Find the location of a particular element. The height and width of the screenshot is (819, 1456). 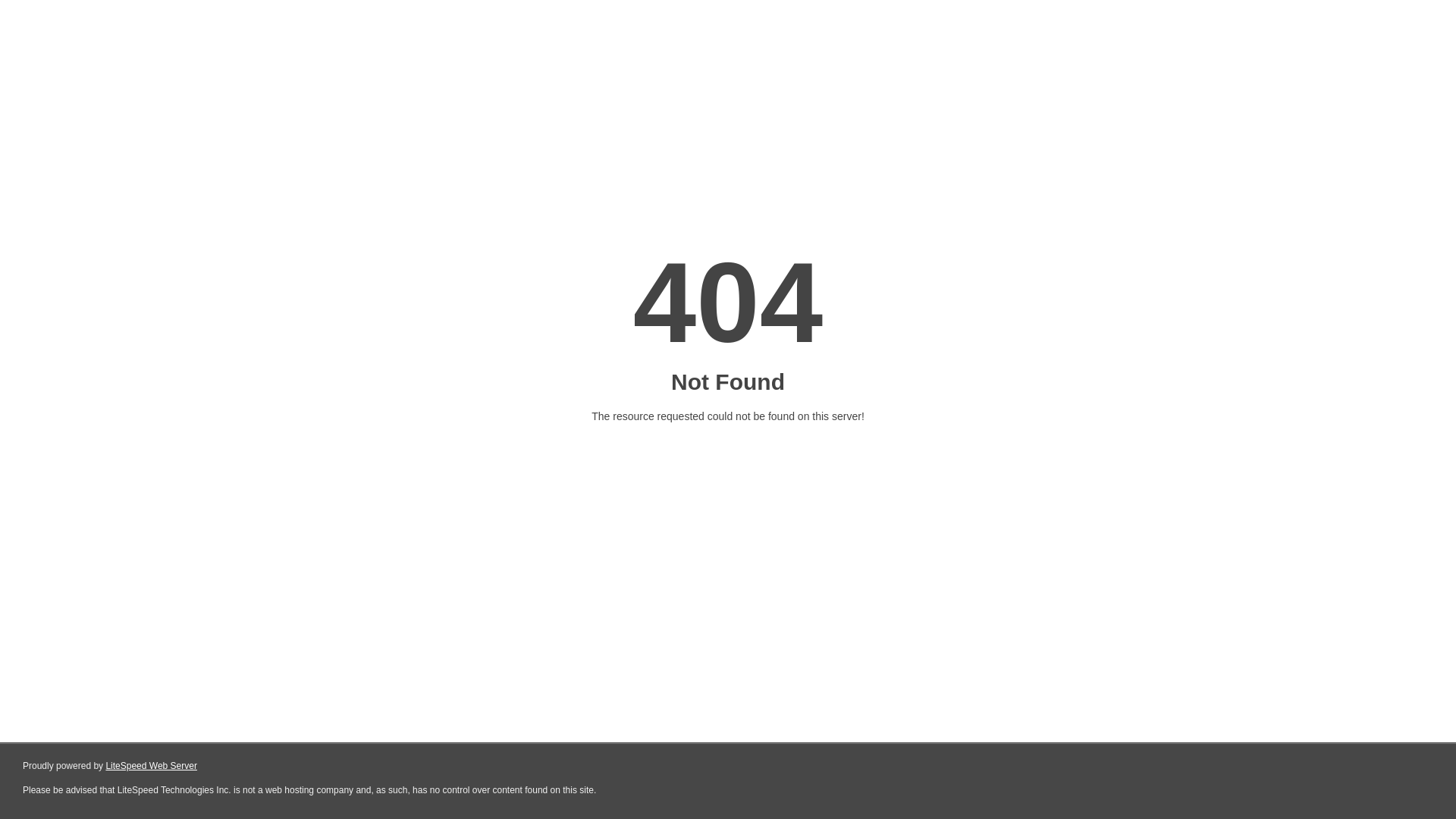

'LiteSpeed Web Server' is located at coordinates (105, 766).